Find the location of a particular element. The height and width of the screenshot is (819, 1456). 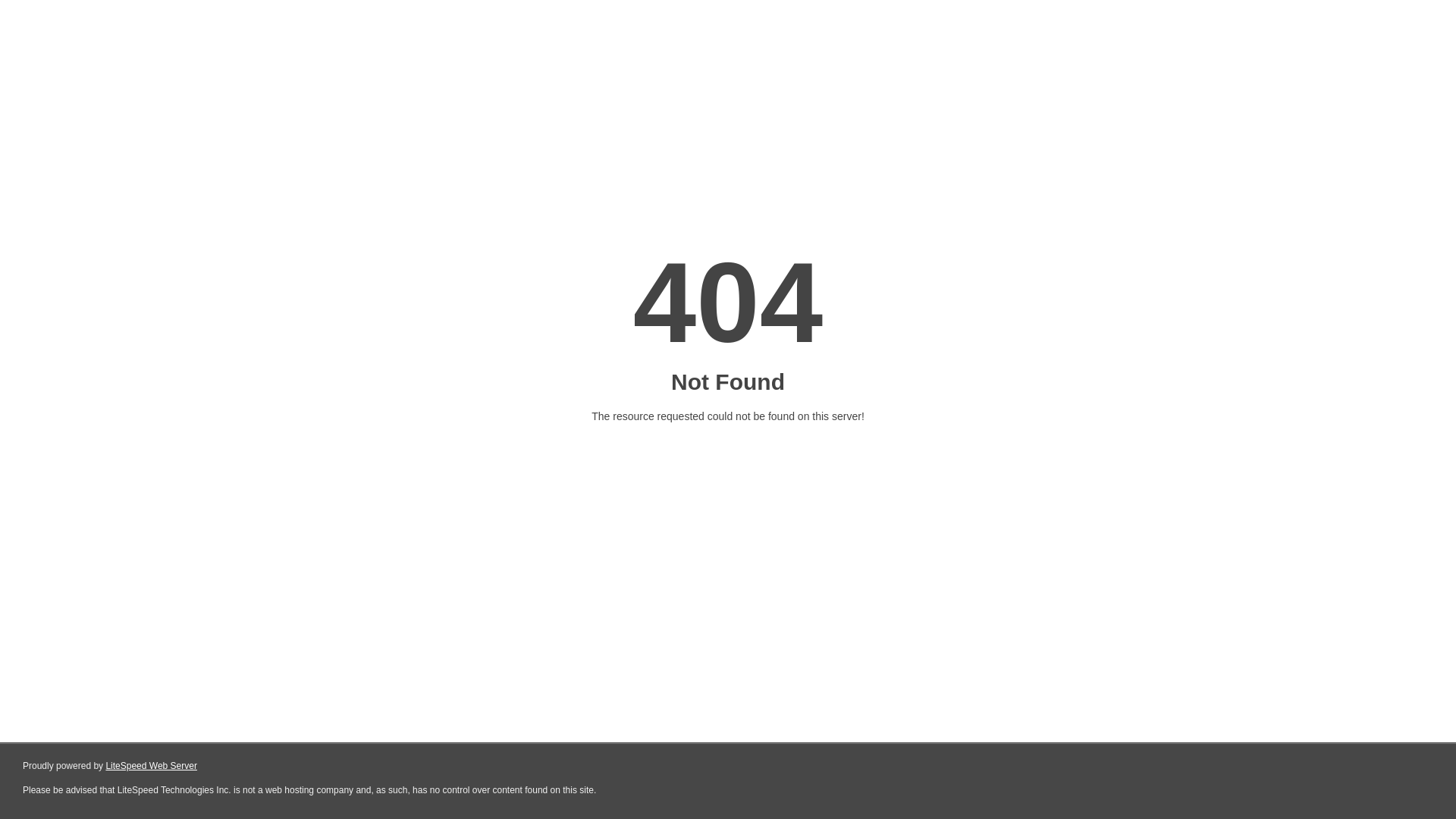

'LiteSpeed Web Server' is located at coordinates (105, 766).